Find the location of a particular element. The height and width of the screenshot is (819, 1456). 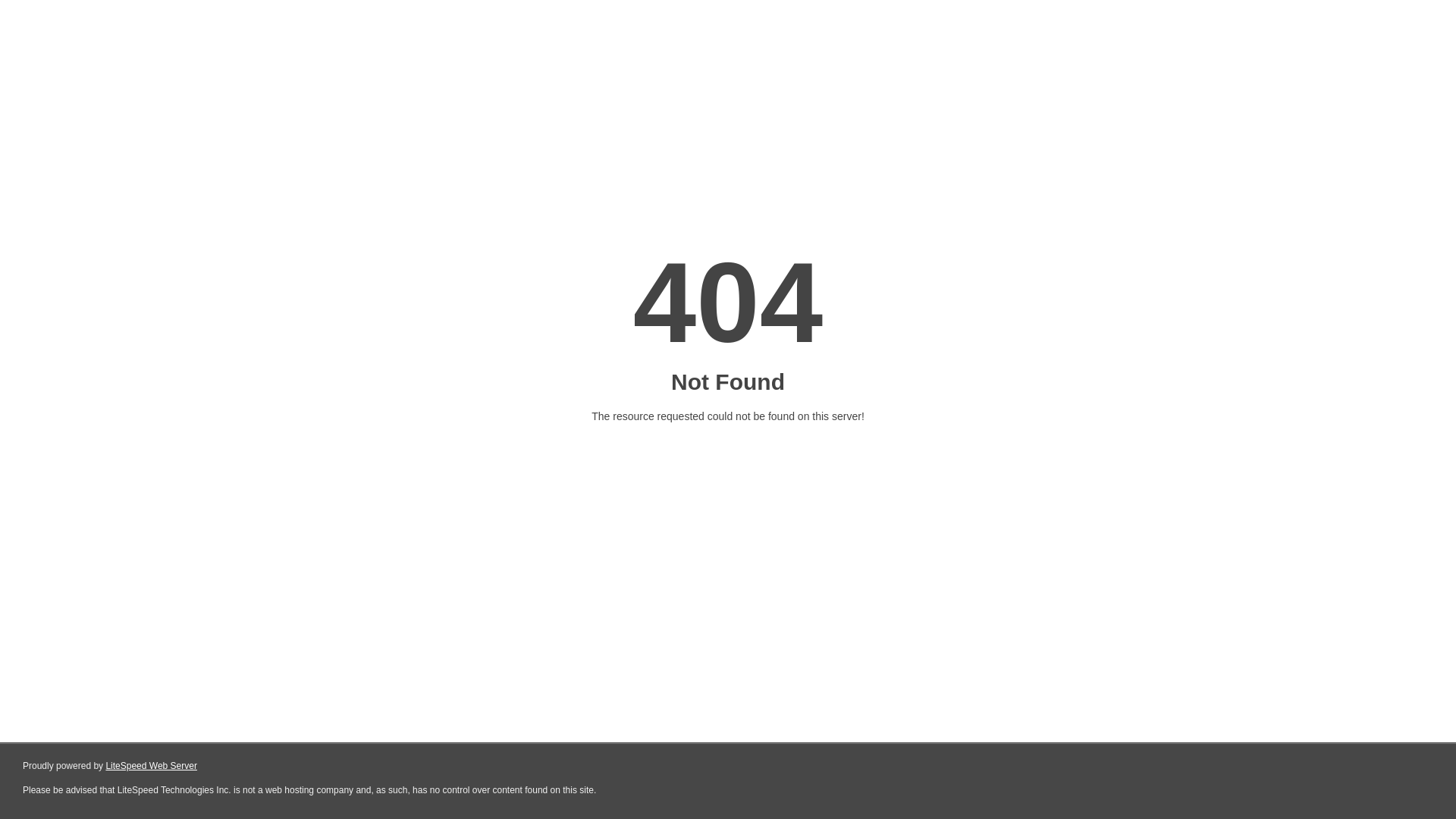

'LiteSpeed Web Server' is located at coordinates (105, 766).